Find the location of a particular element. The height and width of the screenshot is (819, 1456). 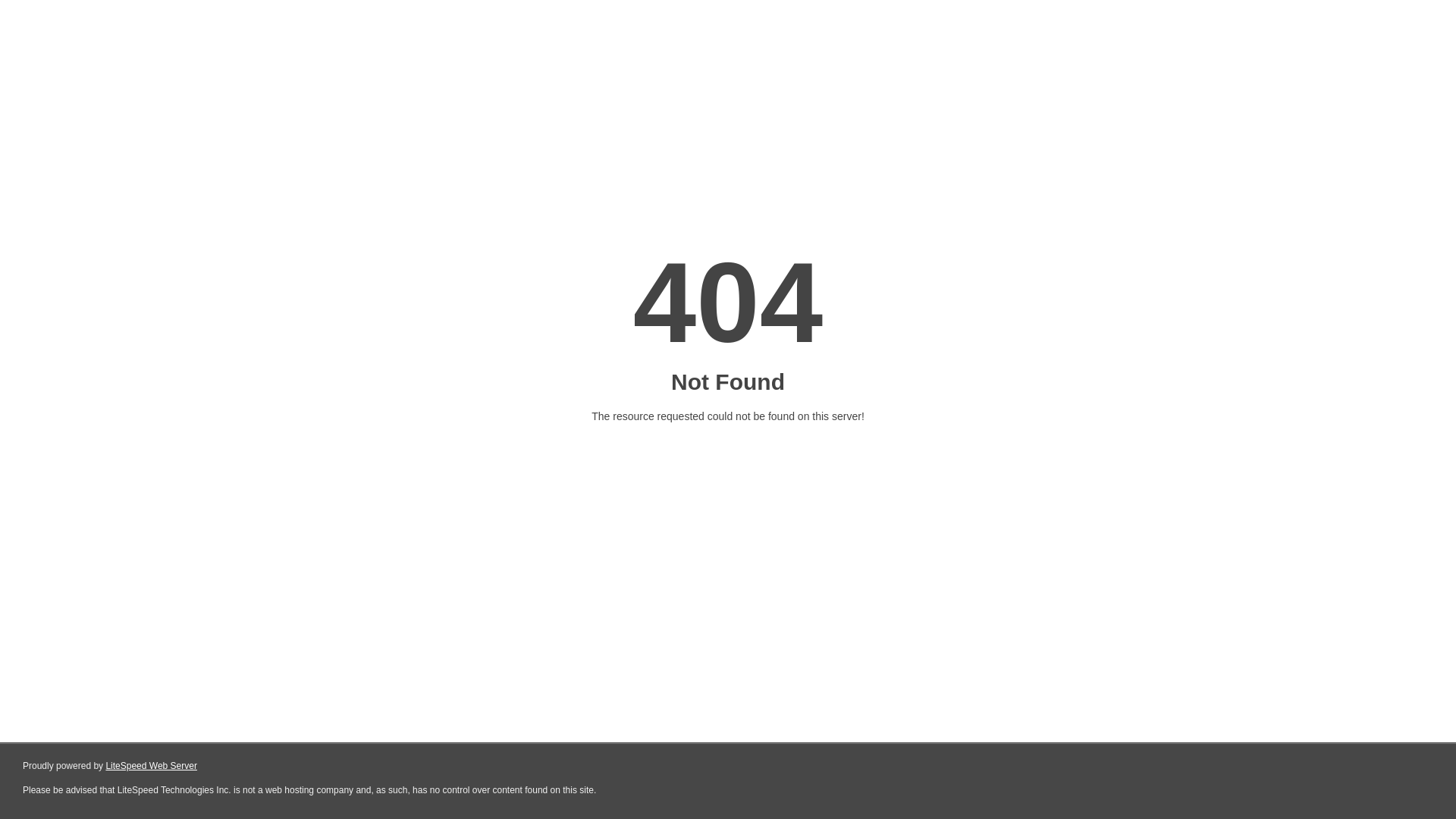

'LiteSpeed Web Server' is located at coordinates (105, 766).